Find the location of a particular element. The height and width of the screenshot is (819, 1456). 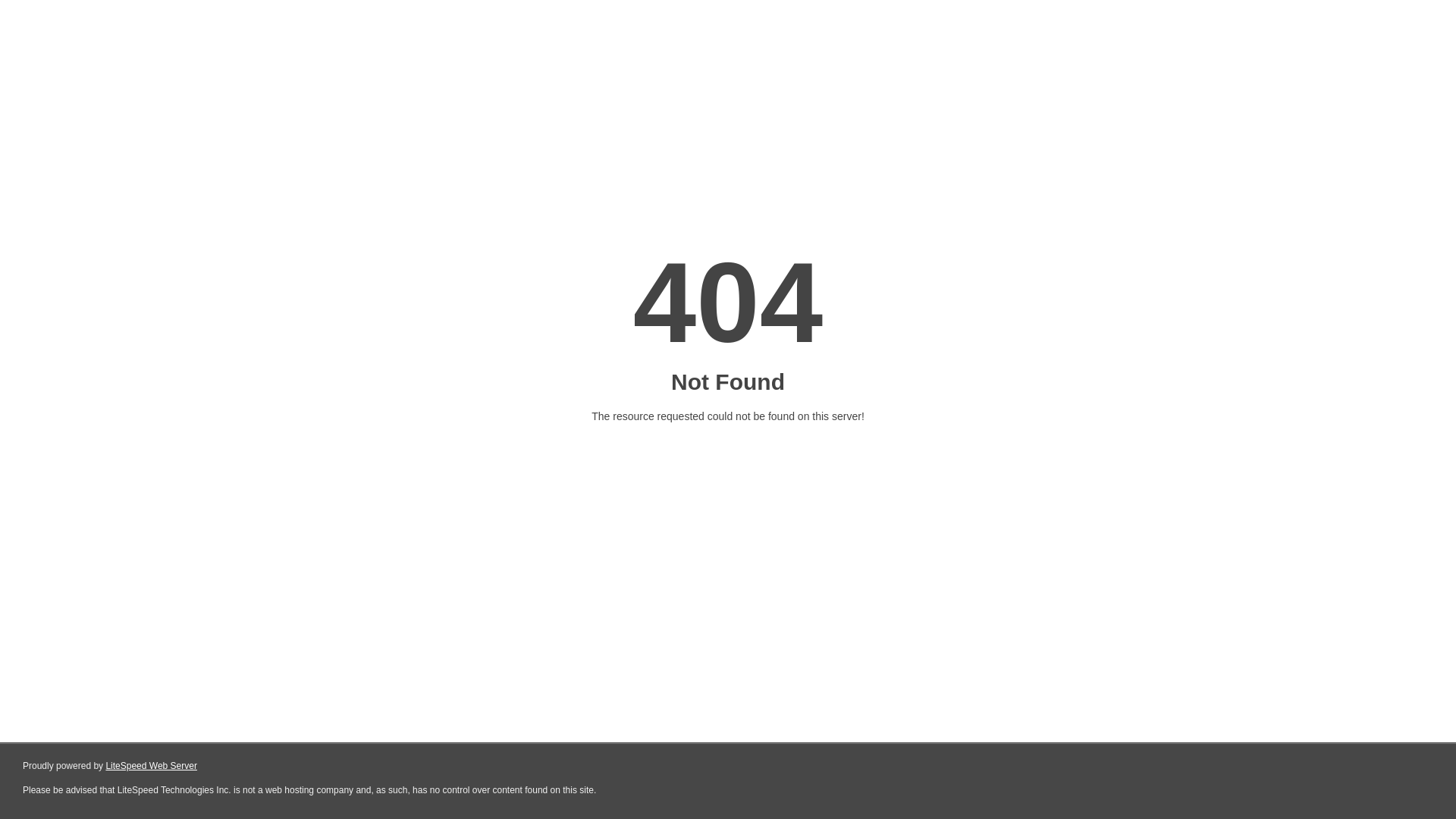

'LiteSpeed Web Server' is located at coordinates (105, 766).